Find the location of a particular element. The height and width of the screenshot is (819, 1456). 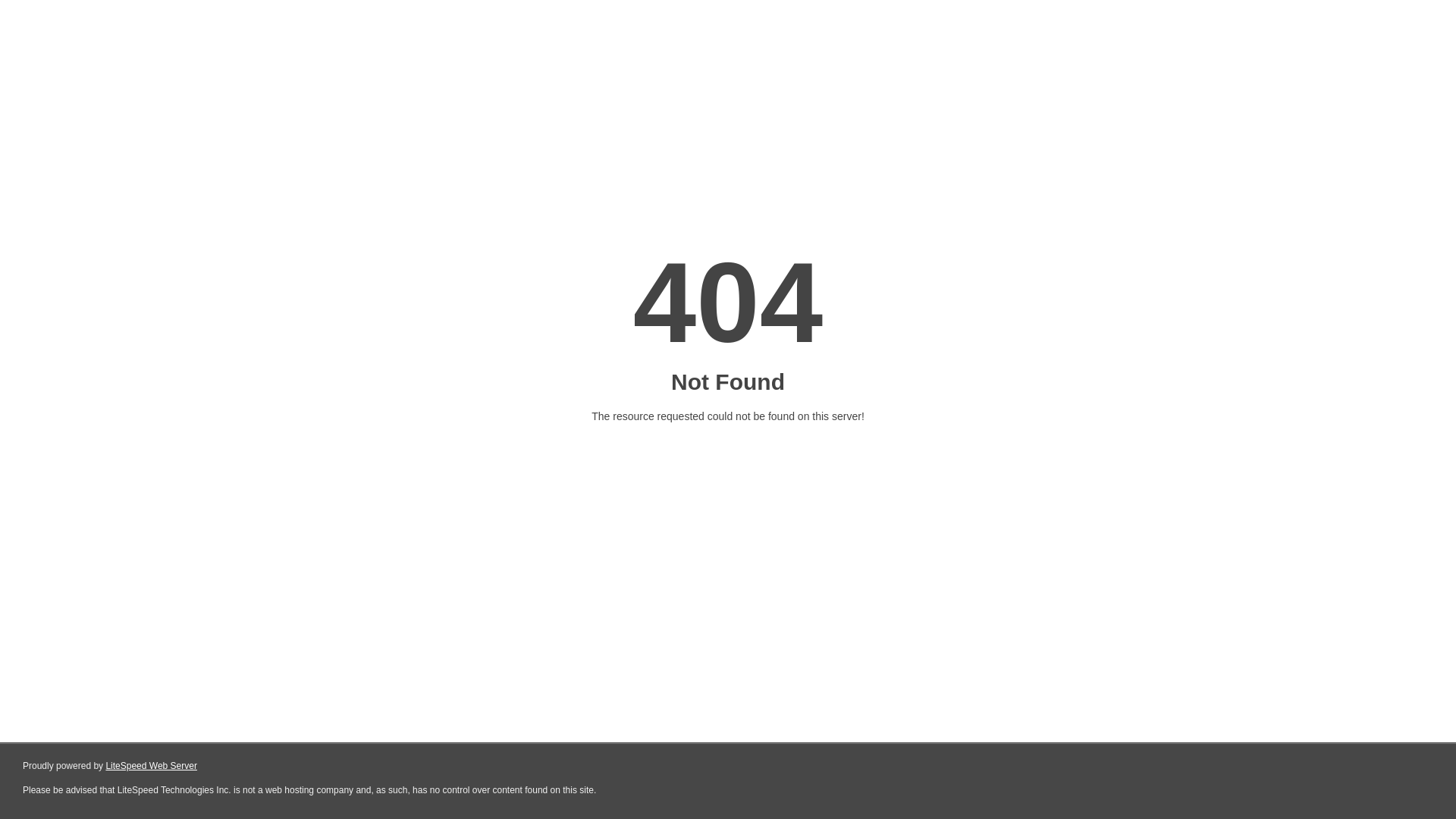

'LiteSpeed Web Server' is located at coordinates (105, 766).